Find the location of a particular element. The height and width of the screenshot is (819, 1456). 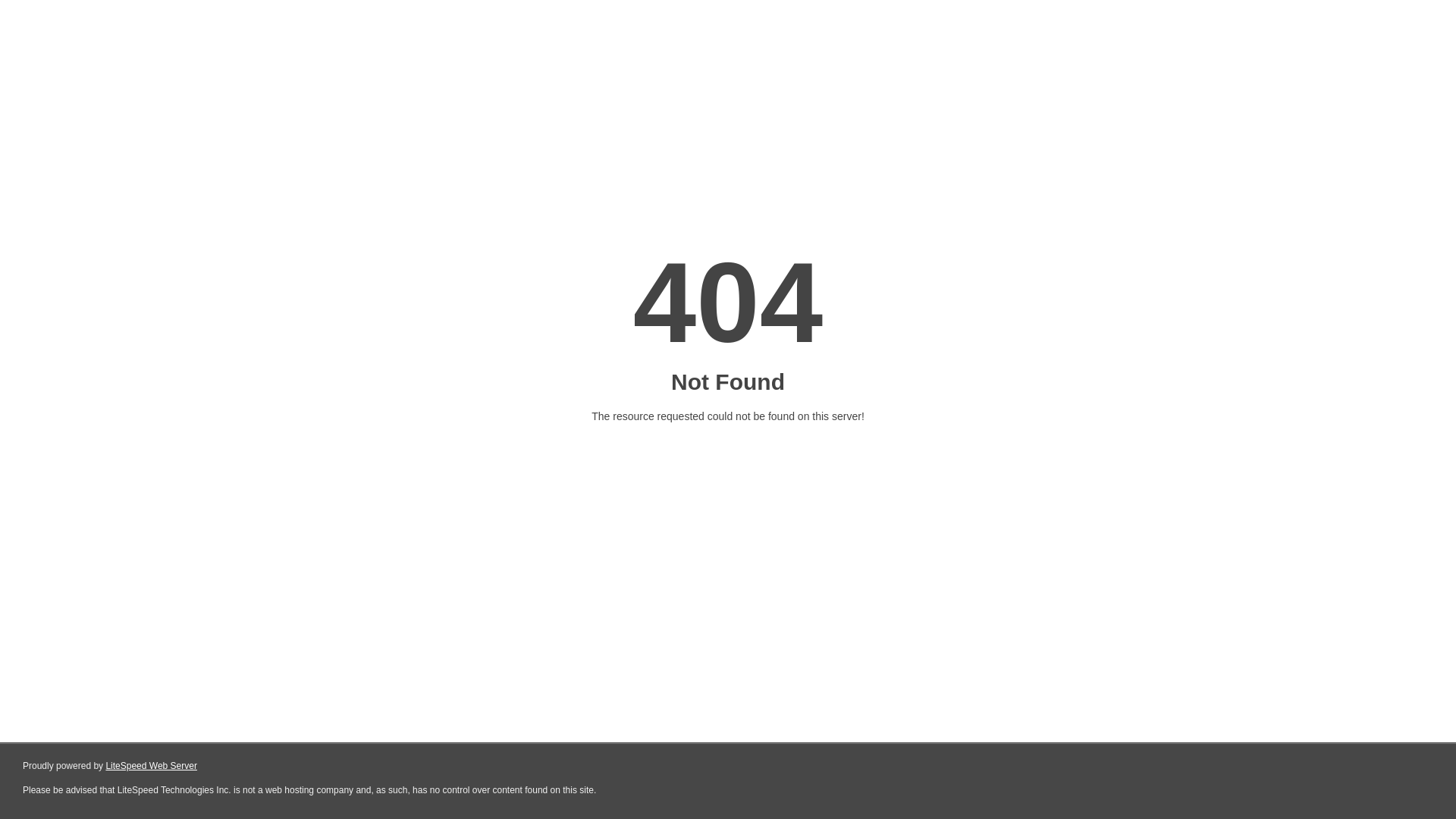

'LiteSpeed Web Server' is located at coordinates (105, 766).